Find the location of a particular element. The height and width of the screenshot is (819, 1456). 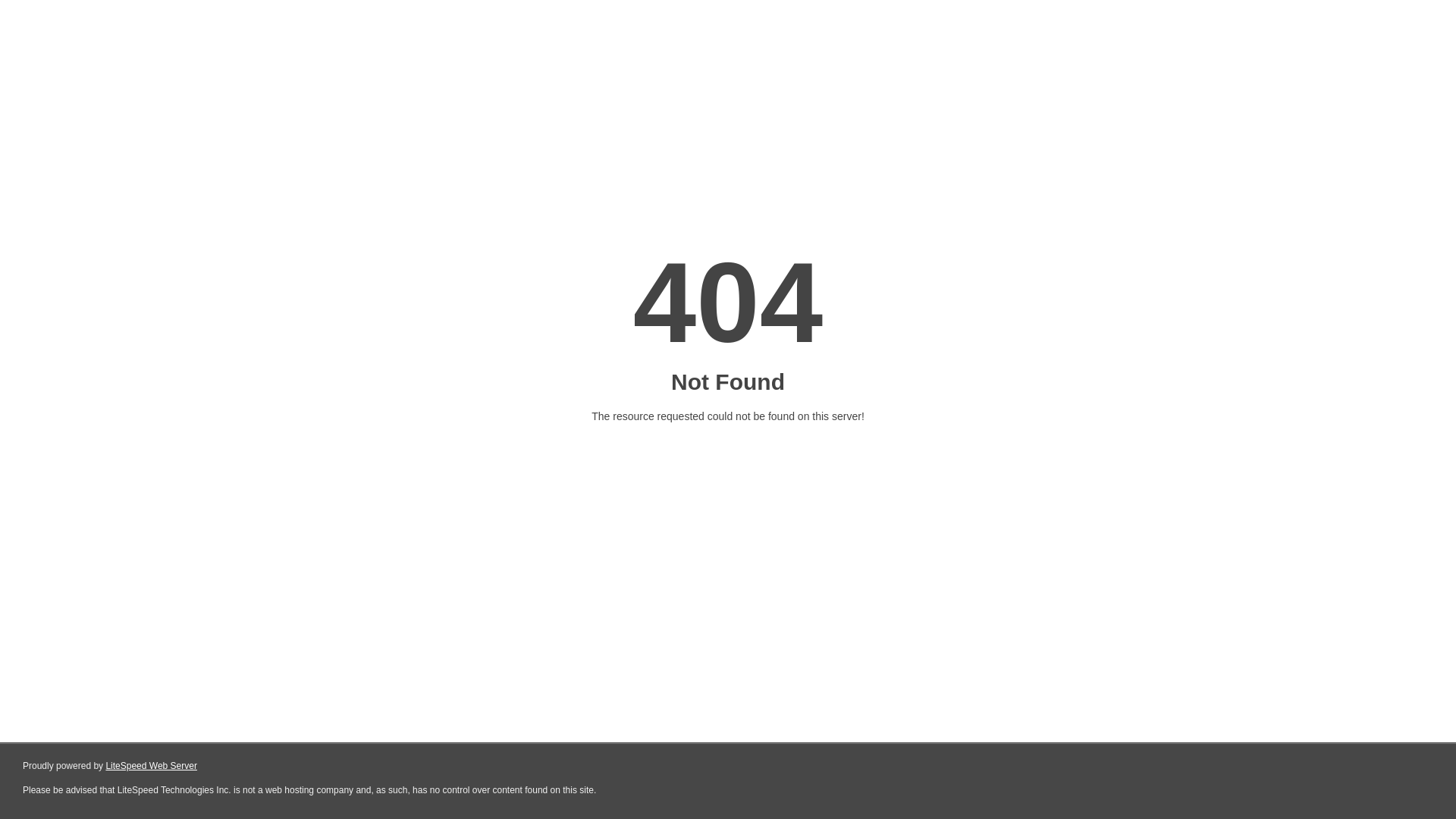

'LiteSpeed Web Server' is located at coordinates (105, 766).